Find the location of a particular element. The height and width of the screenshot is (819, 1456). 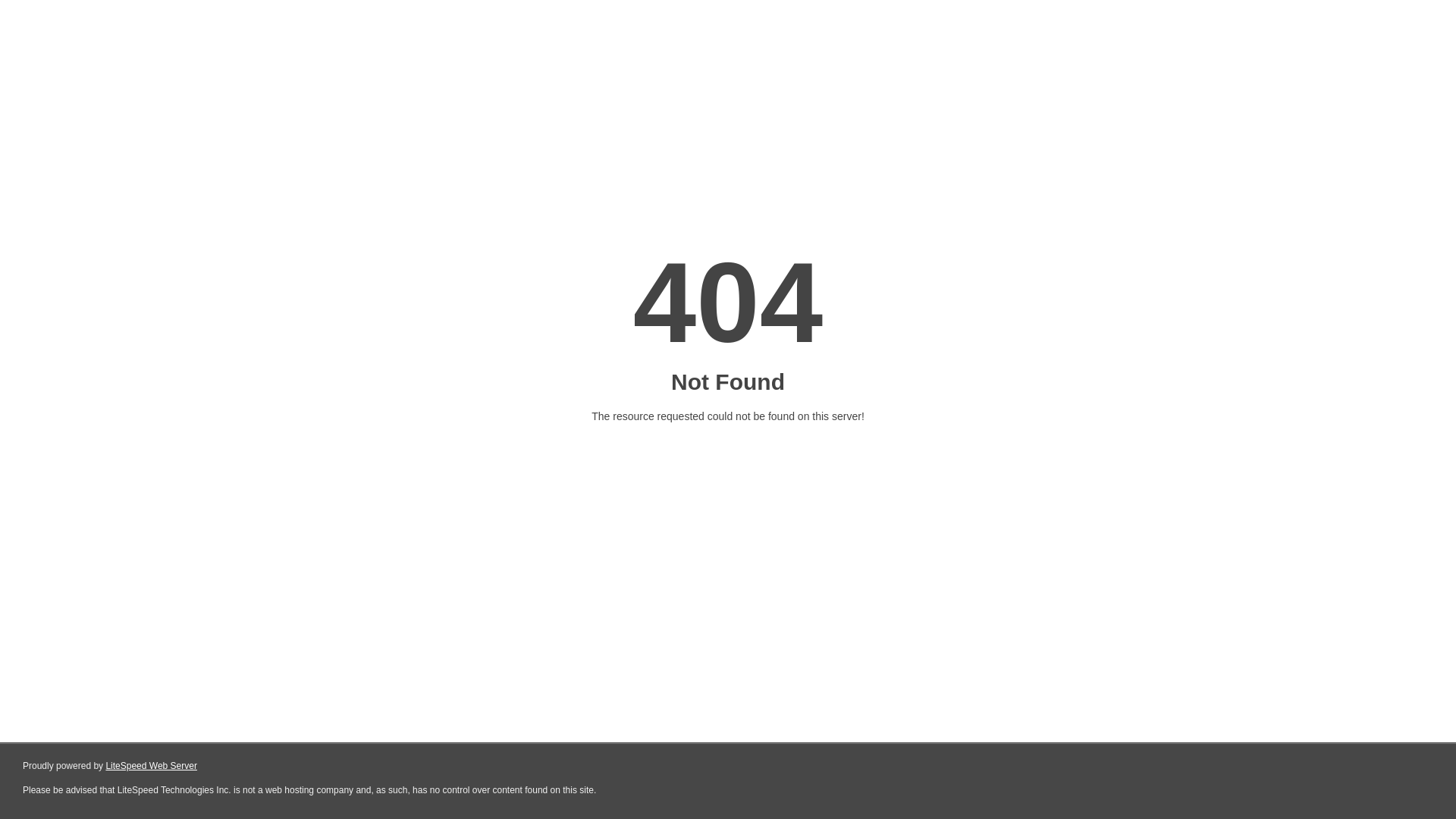

'LiteSpeed Web Server' is located at coordinates (105, 766).